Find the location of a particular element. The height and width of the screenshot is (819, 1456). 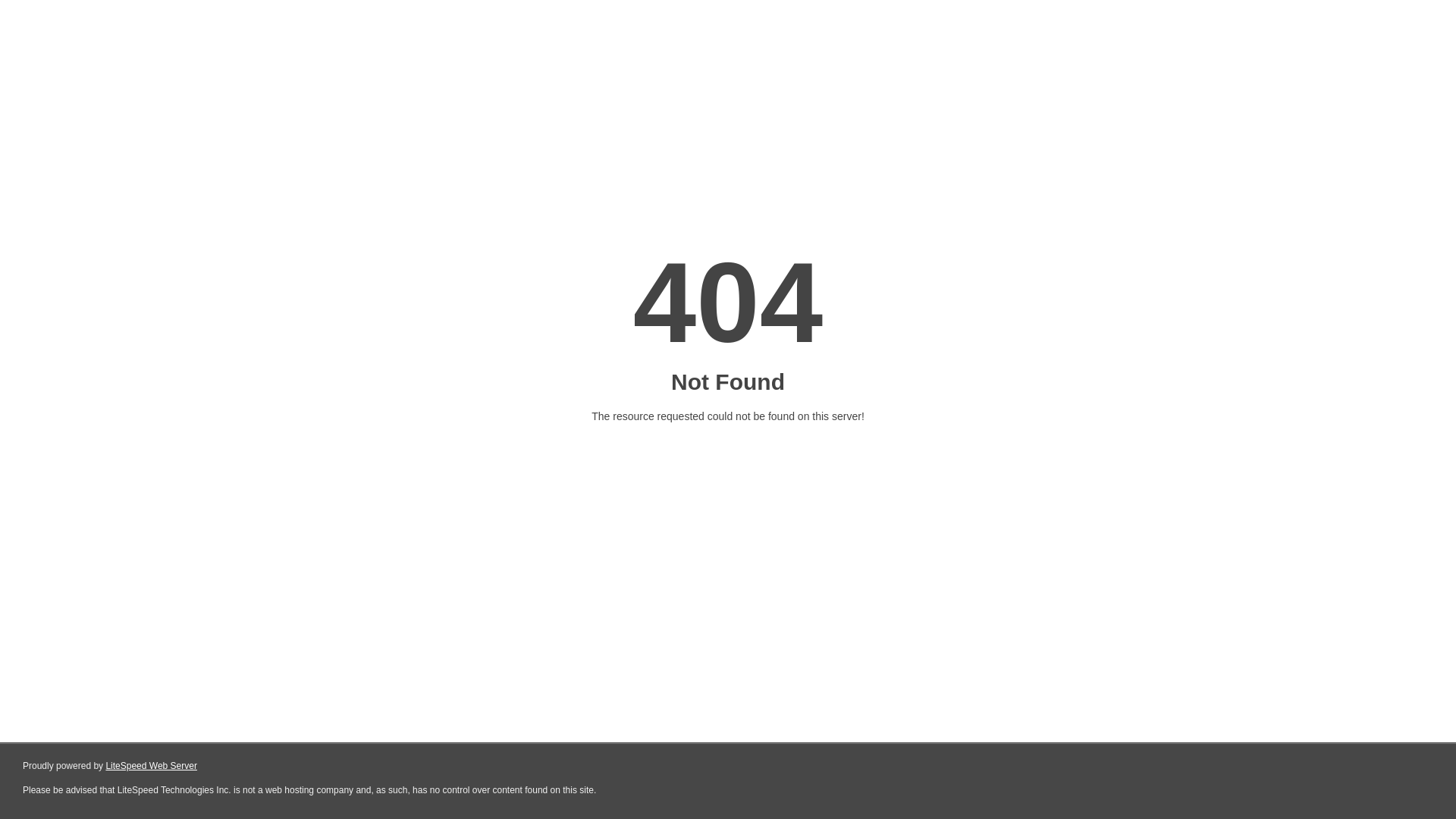

'LiteSpeed Web Server' is located at coordinates (105, 766).